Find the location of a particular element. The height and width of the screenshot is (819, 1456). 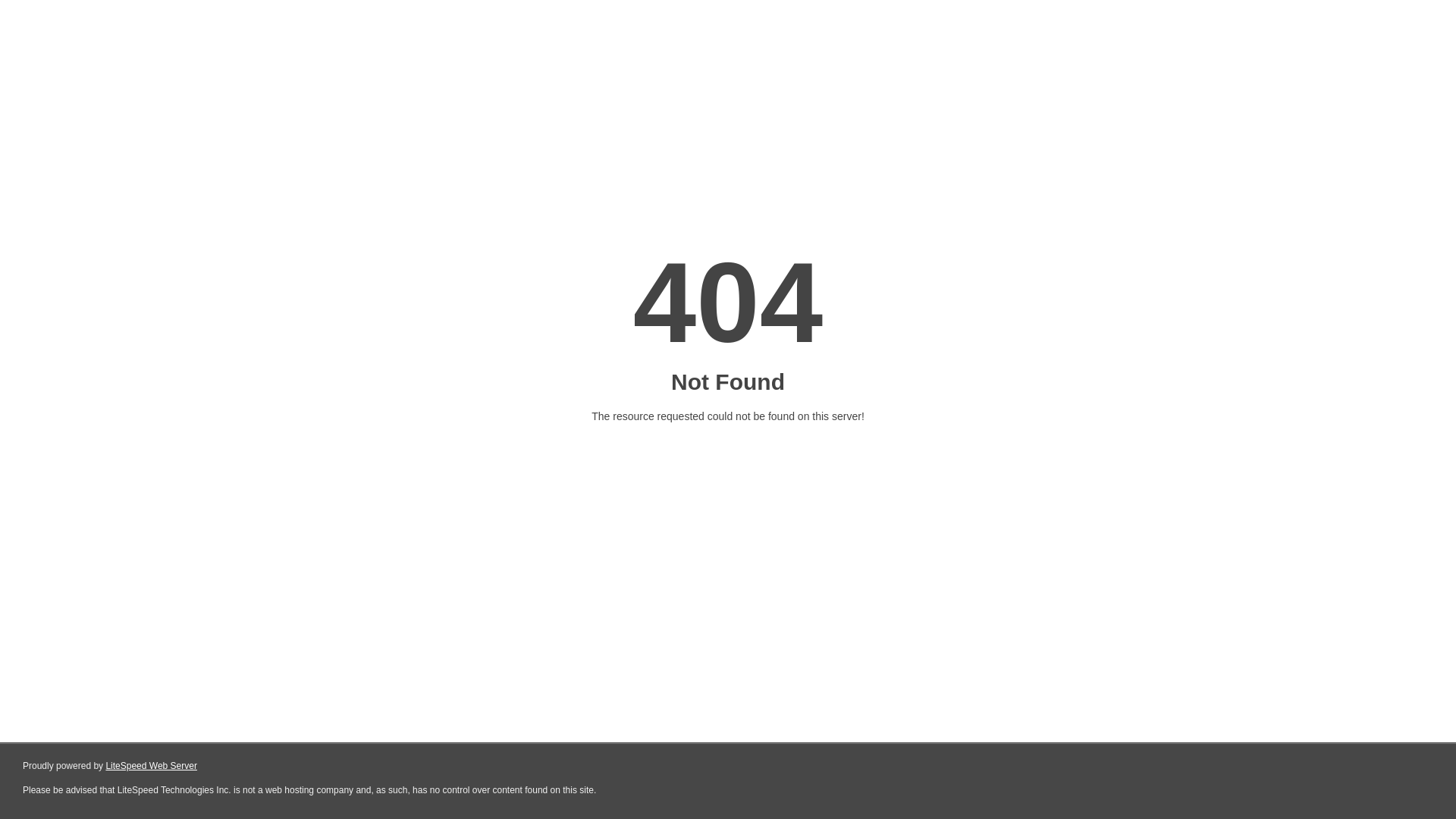

'LiteSpeed Web Server' is located at coordinates (105, 766).